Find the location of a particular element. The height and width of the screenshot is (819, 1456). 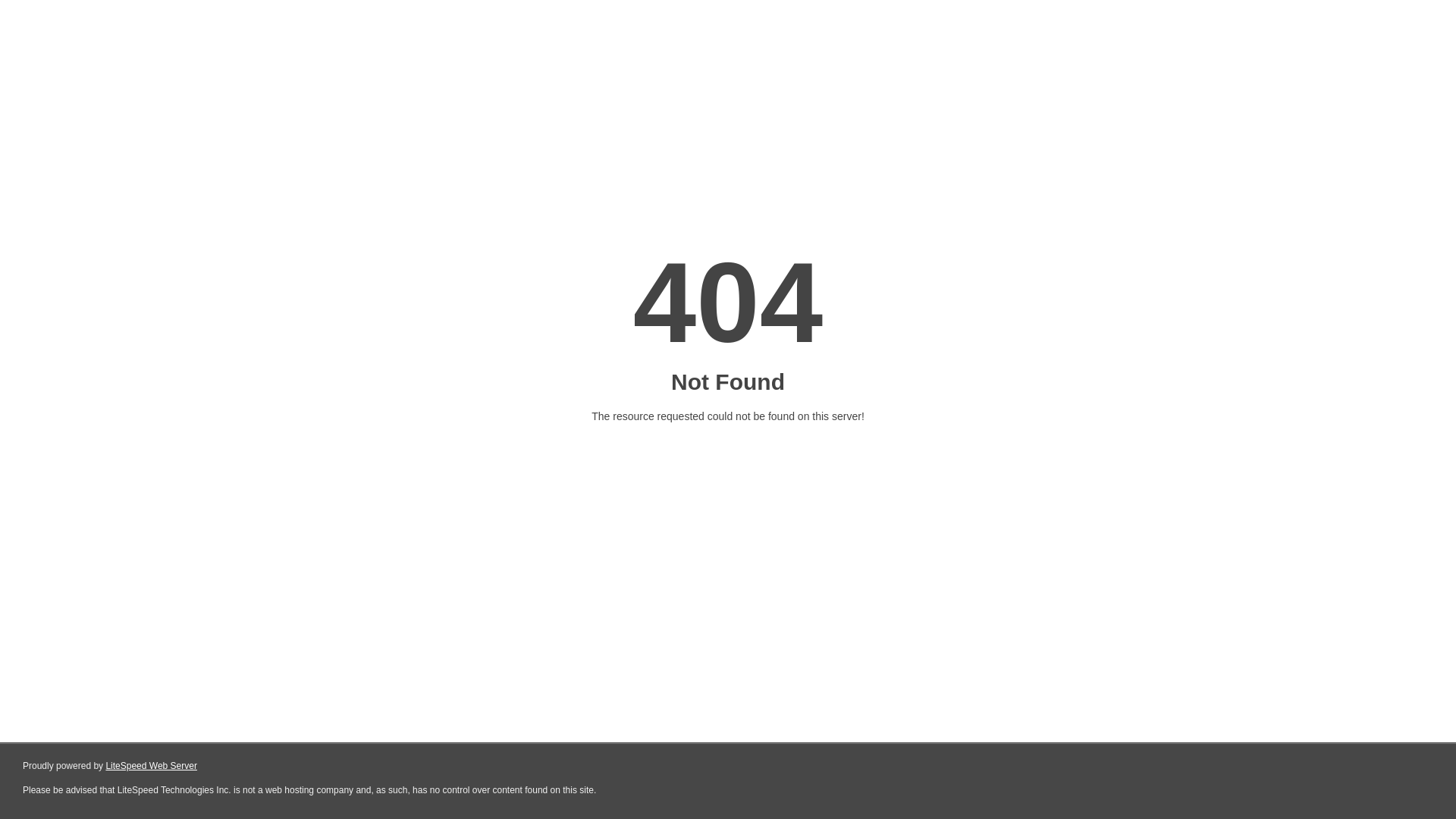

'LiteSpeed Web Server' is located at coordinates (105, 766).